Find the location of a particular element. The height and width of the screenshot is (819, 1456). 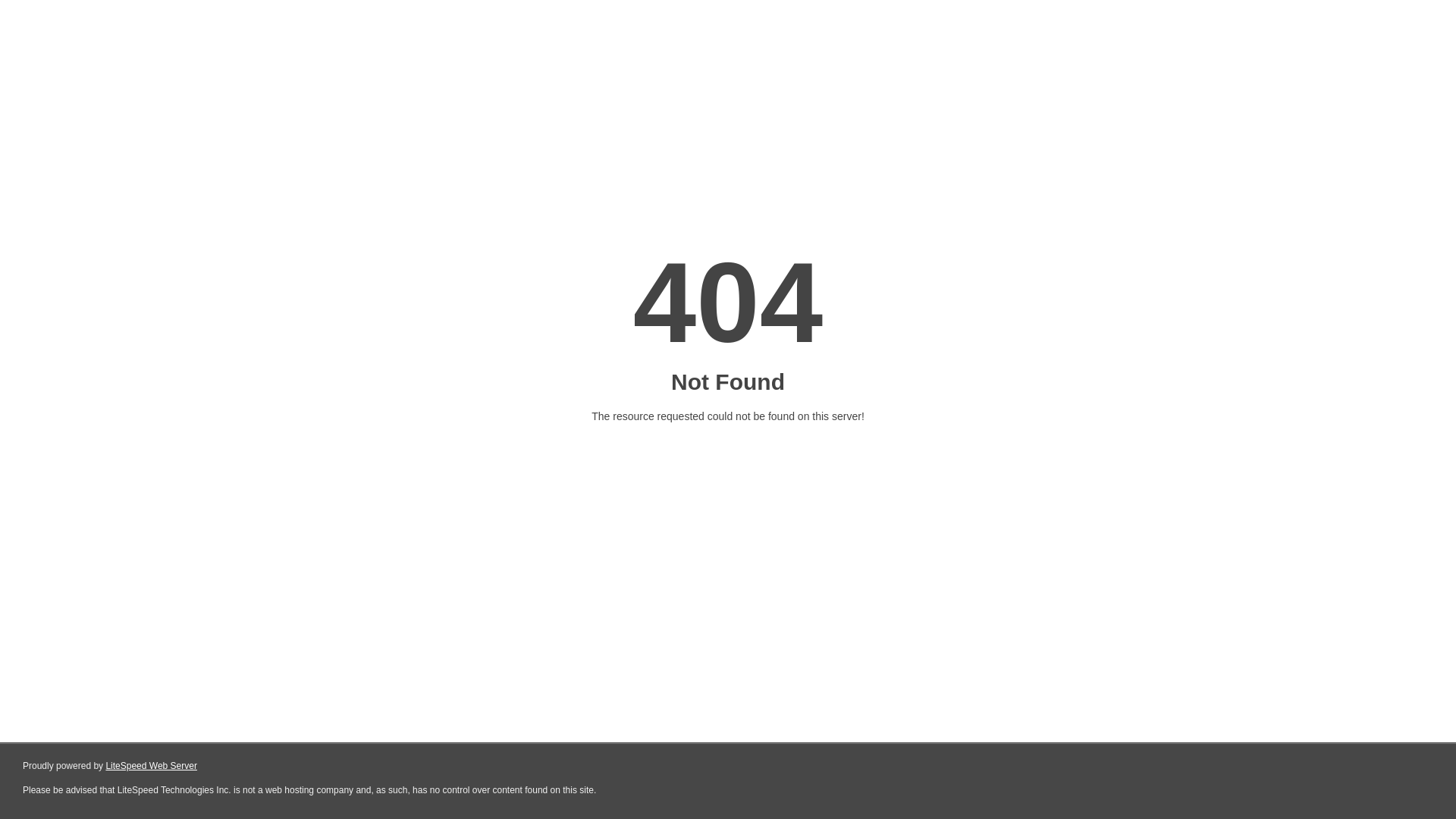

'LiteSpeed Web Server' is located at coordinates (105, 766).